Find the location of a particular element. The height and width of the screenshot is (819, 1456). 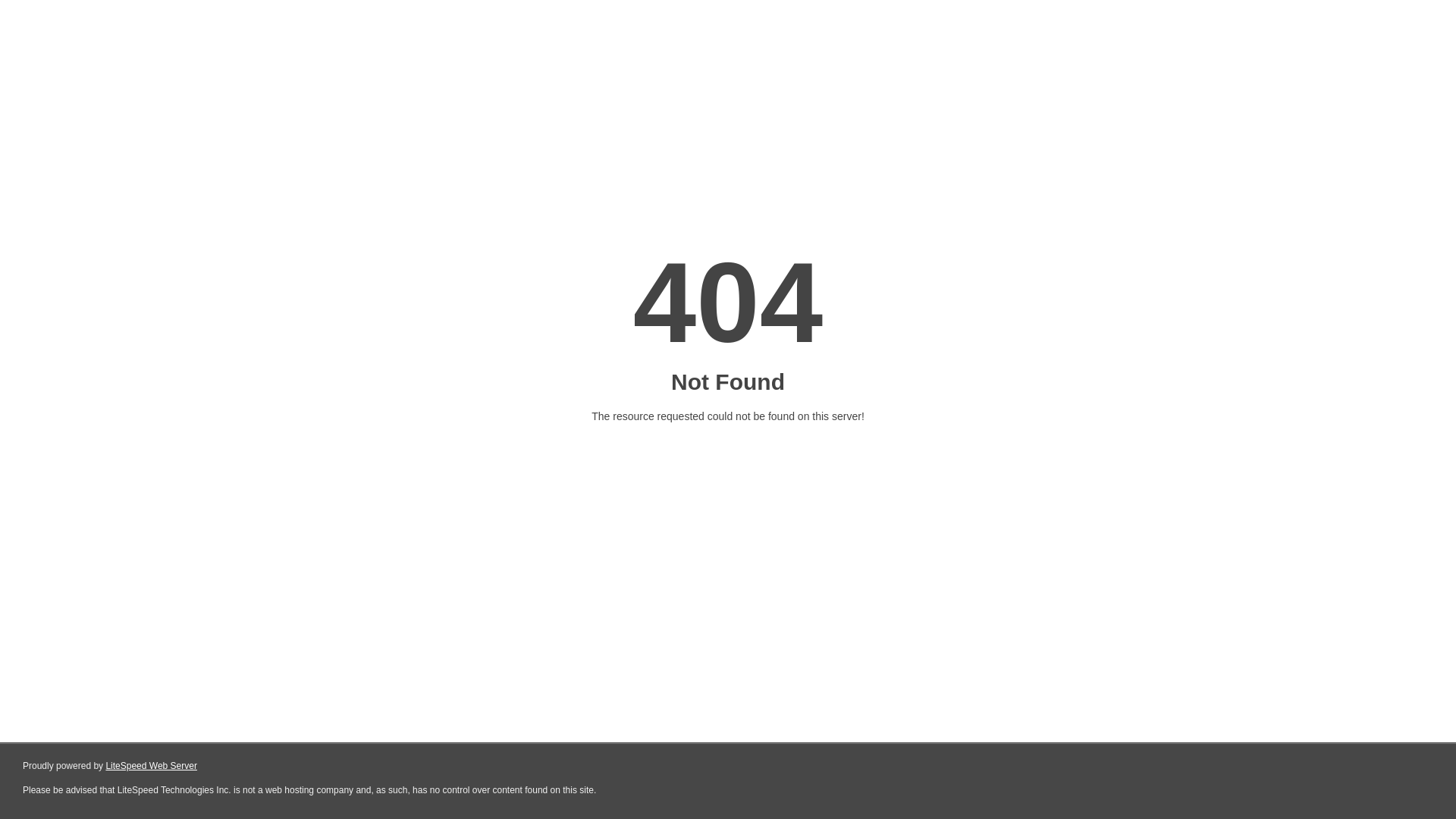

'LiteSpeed Web Server' is located at coordinates (105, 766).